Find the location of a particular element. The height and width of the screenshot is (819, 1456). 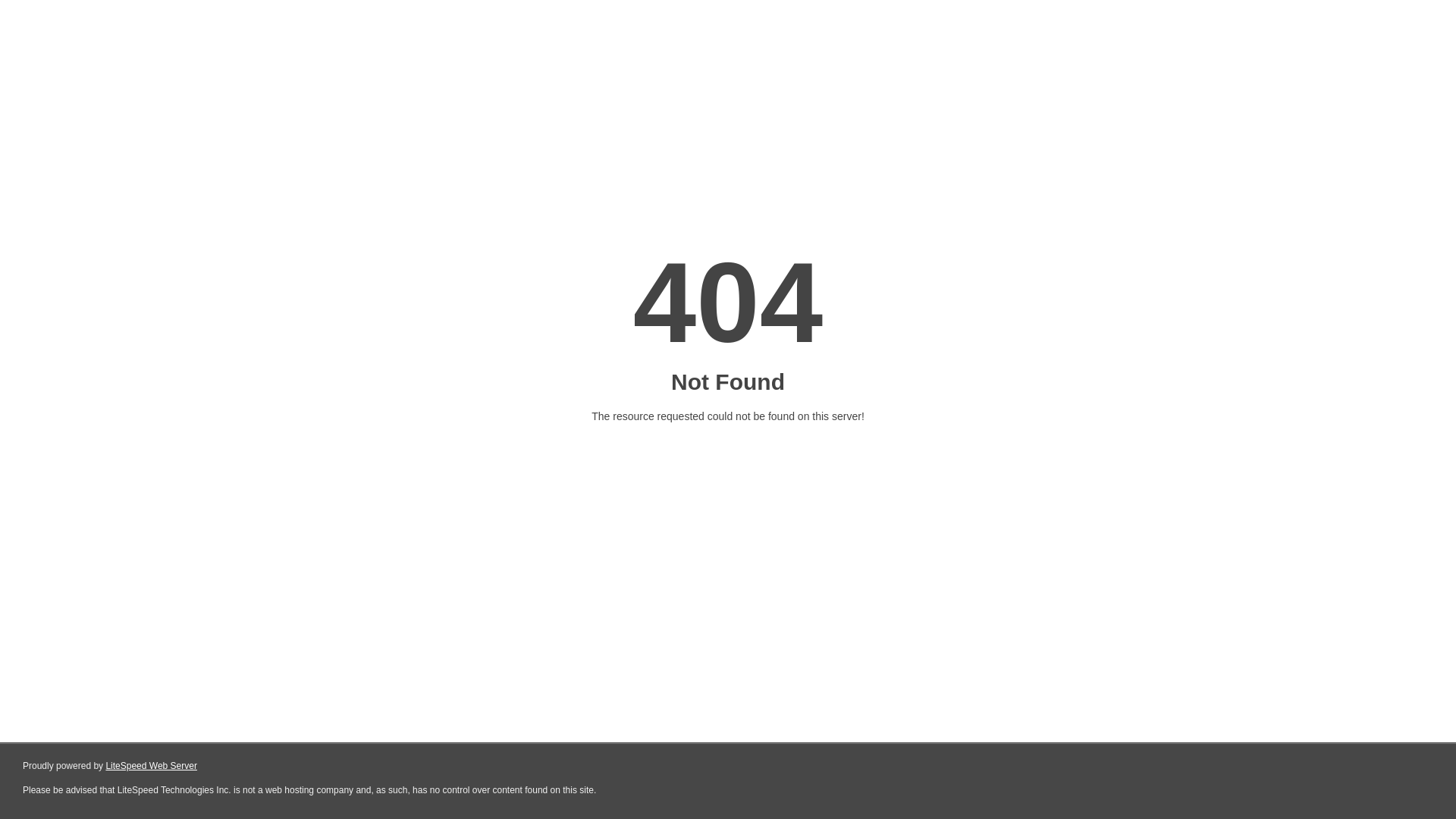

'LiteSpeed Web Server' is located at coordinates (105, 766).